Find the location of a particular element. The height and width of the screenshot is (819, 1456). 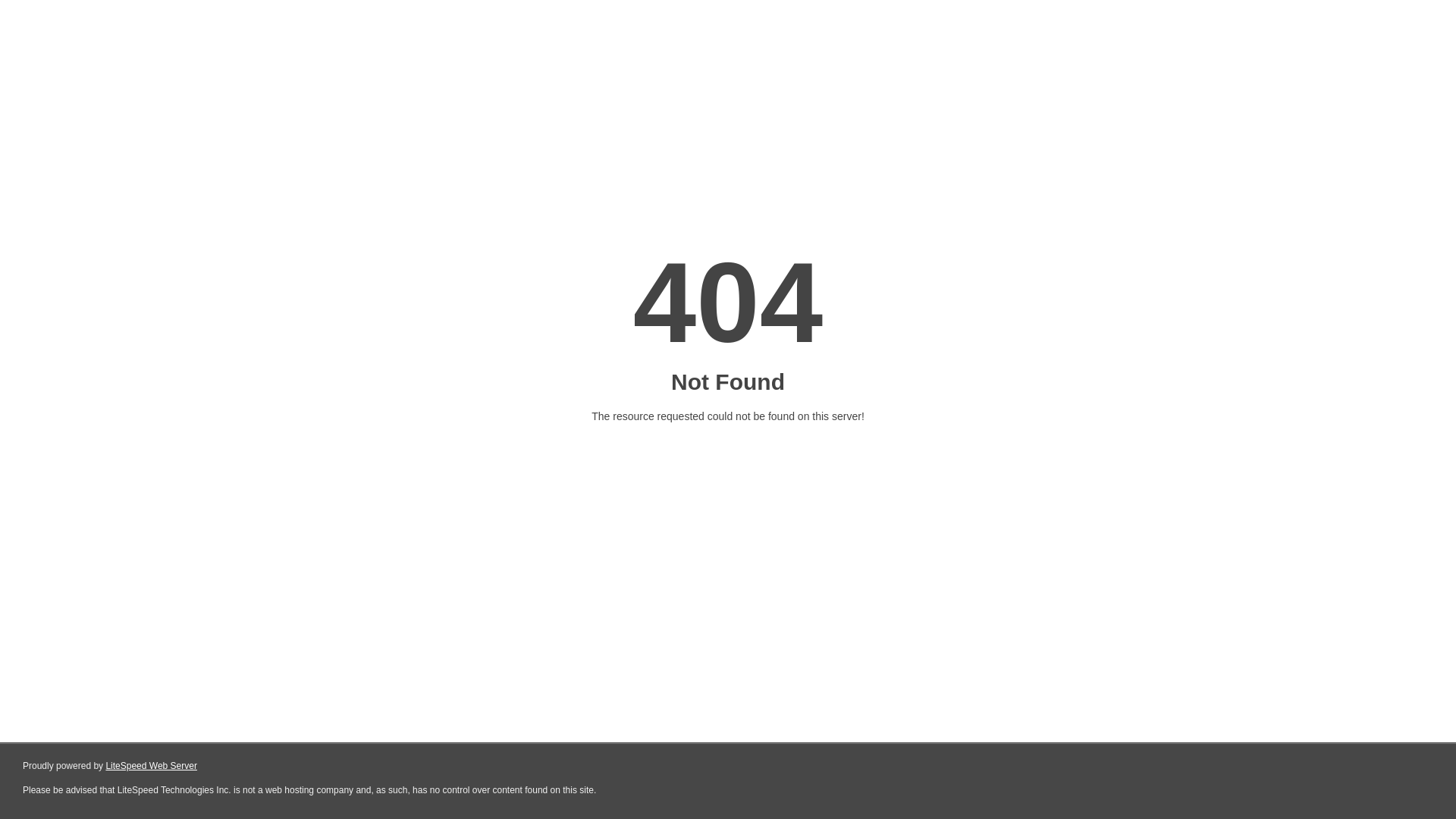

'LiteSpeed Web Server' is located at coordinates (105, 766).